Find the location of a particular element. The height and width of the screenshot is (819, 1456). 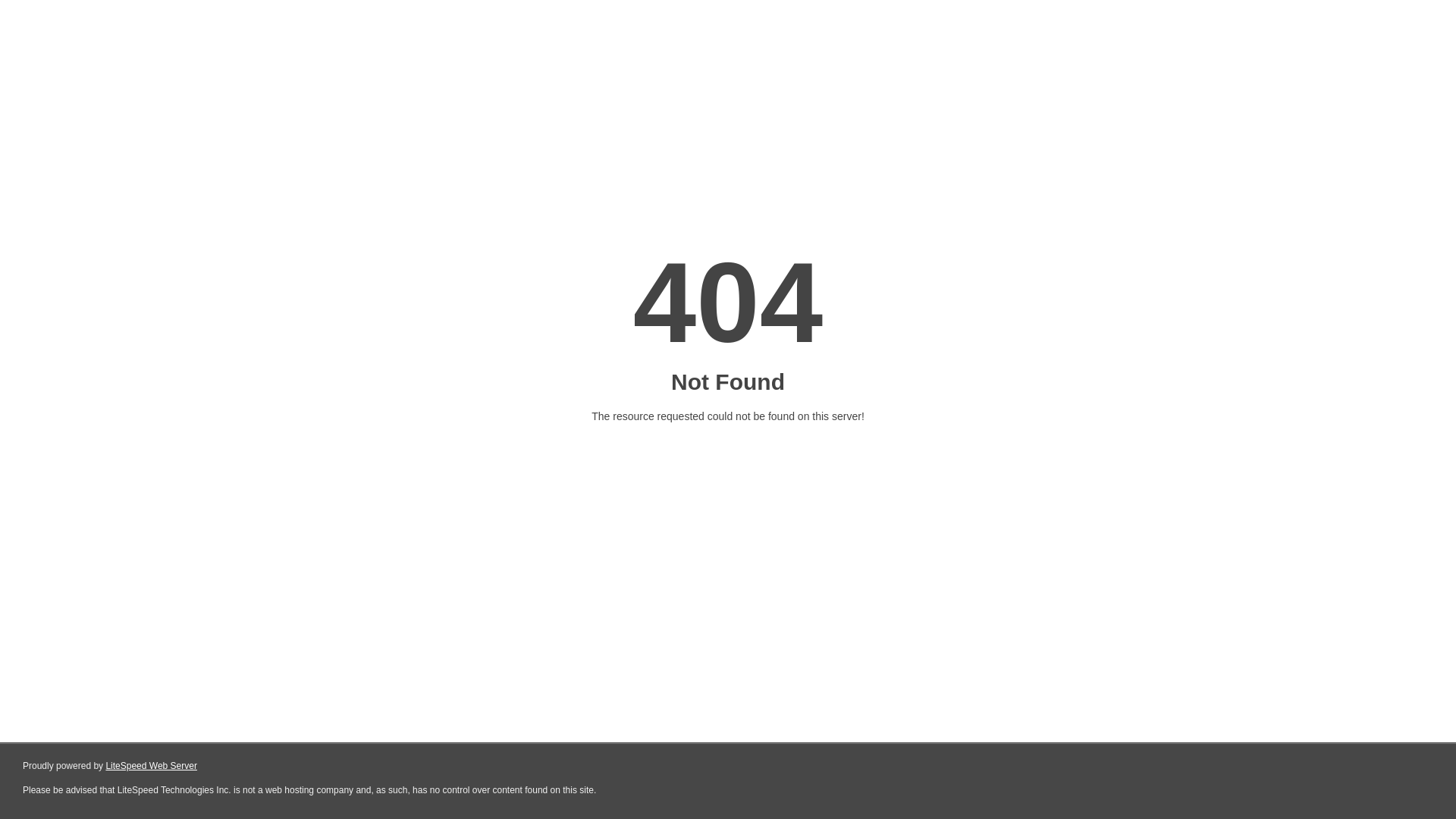

'LiteSpeed Web Server' is located at coordinates (105, 766).